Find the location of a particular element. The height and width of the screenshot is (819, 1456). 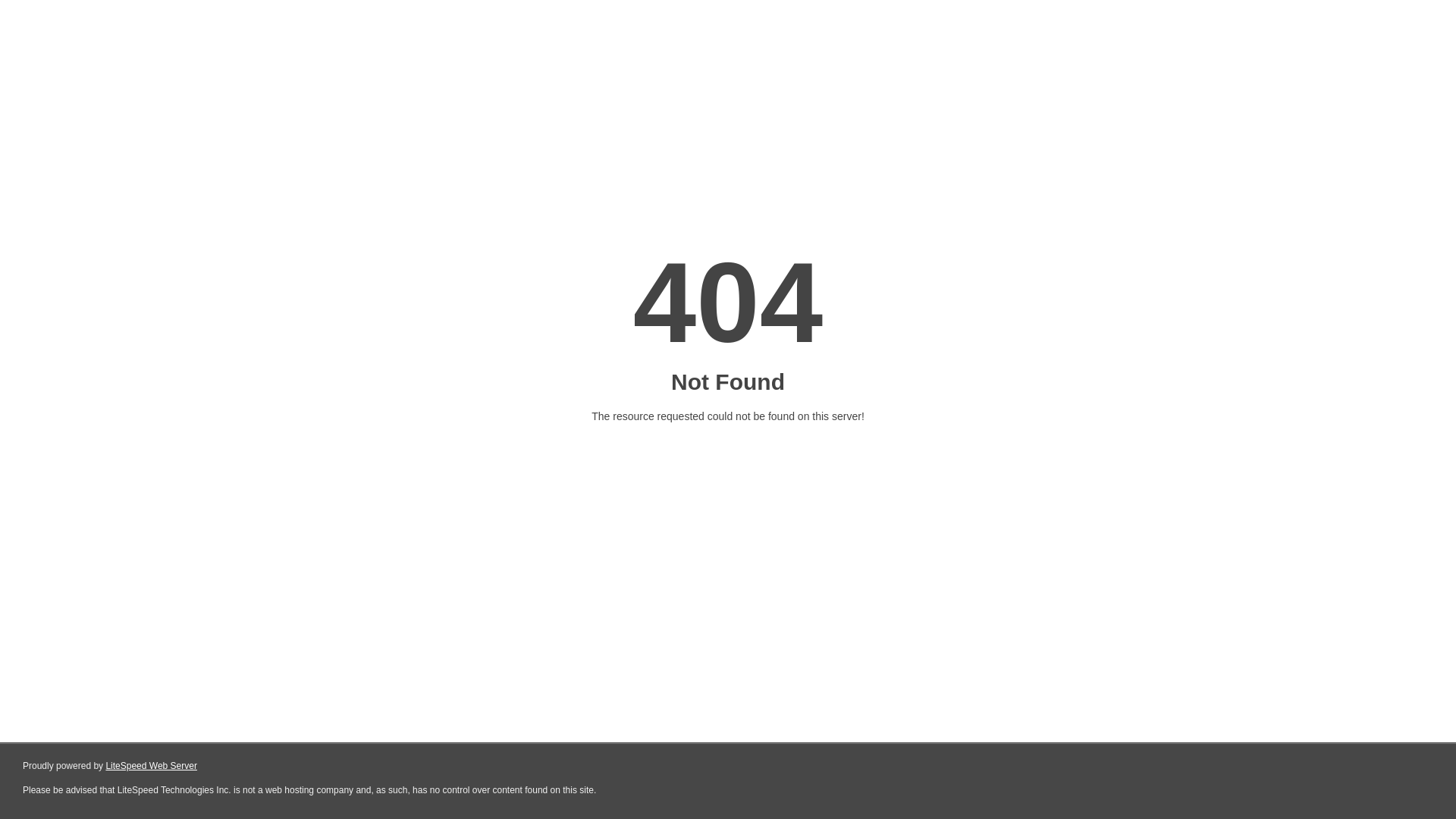

'LiteSpeed Web Server' is located at coordinates (105, 766).